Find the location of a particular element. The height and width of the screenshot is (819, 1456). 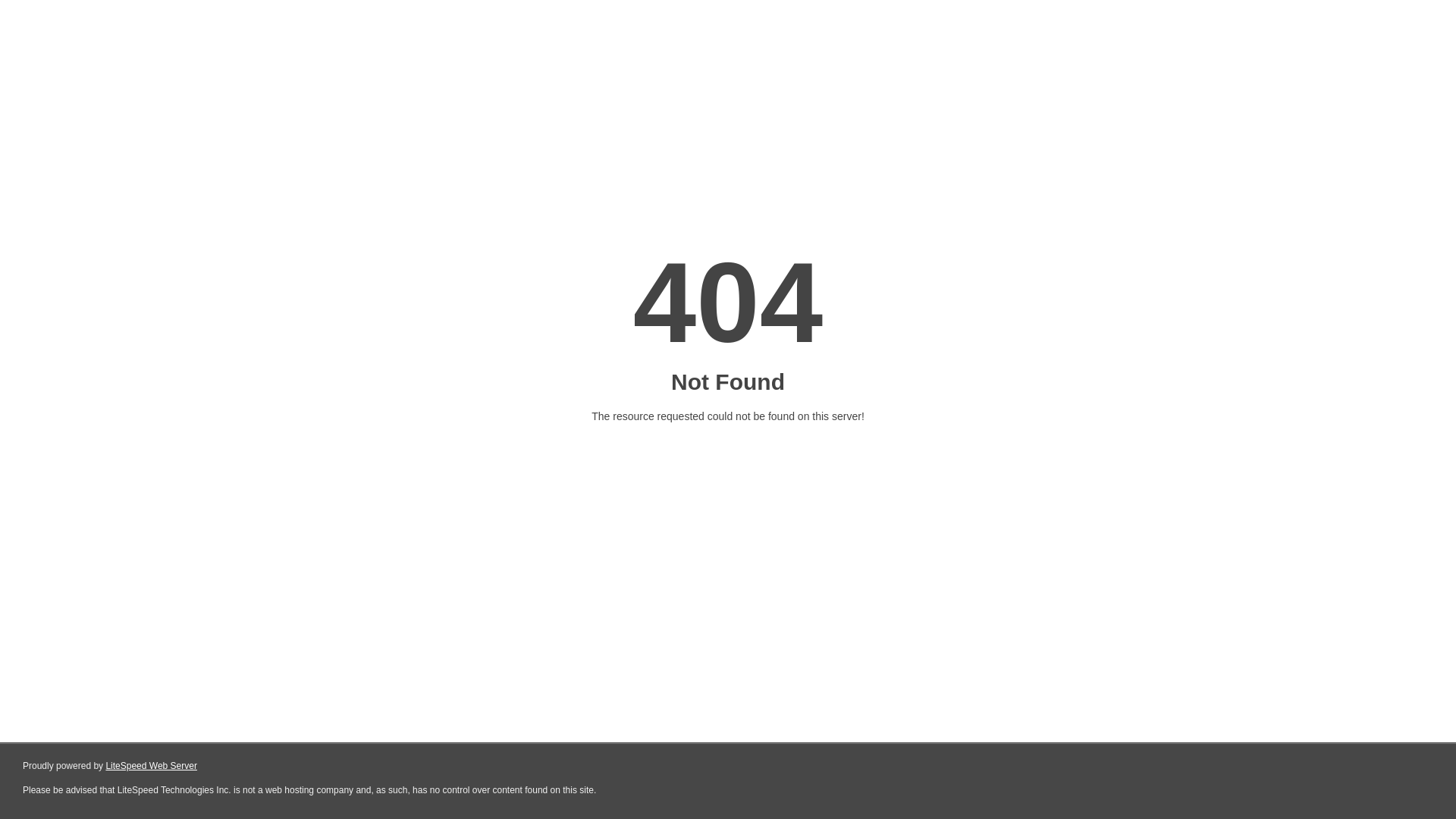

'LiteSpeed Web Server' is located at coordinates (105, 766).